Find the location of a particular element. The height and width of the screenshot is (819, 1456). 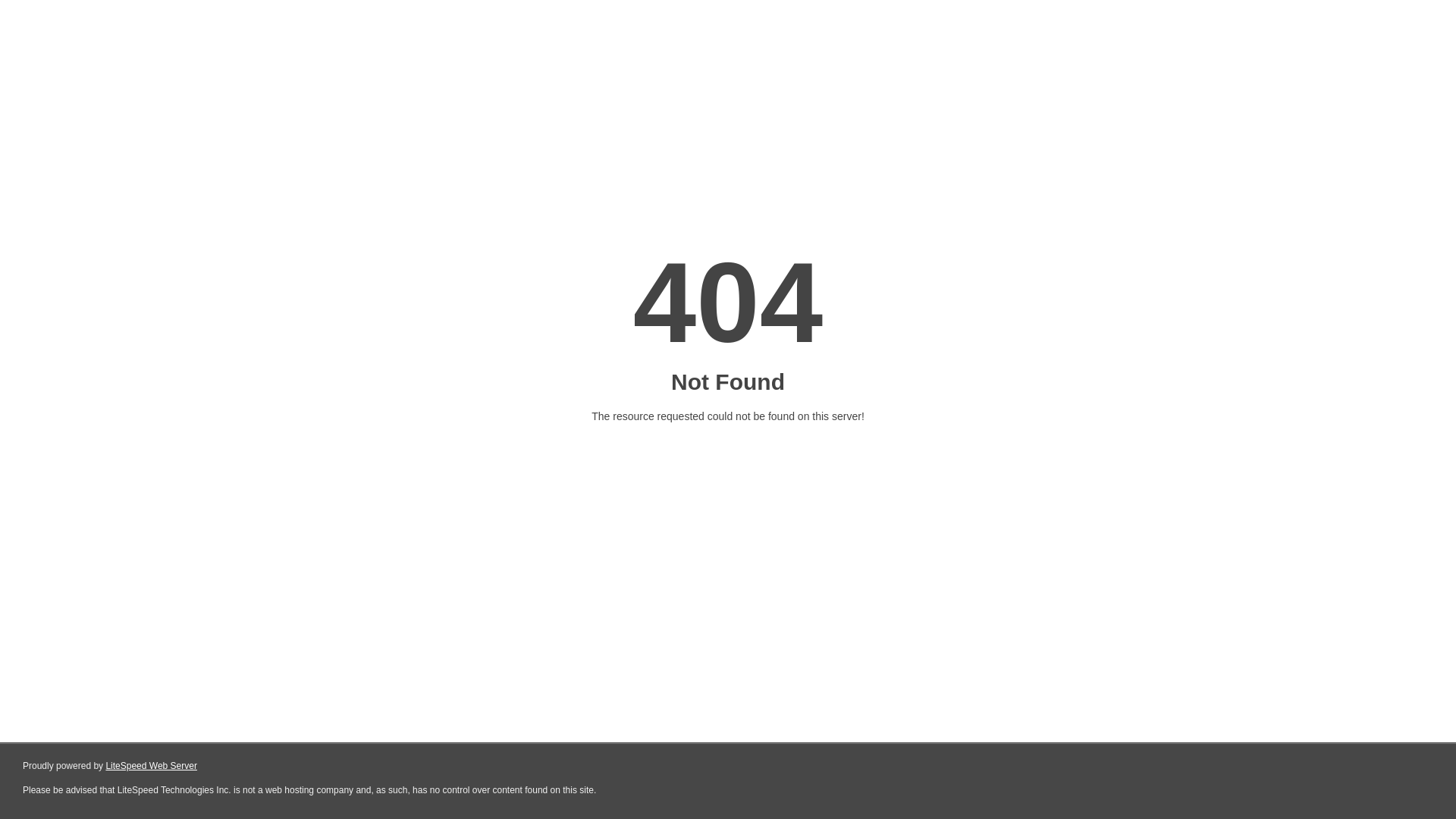

'LiteSpeed Web Server' is located at coordinates (105, 766).